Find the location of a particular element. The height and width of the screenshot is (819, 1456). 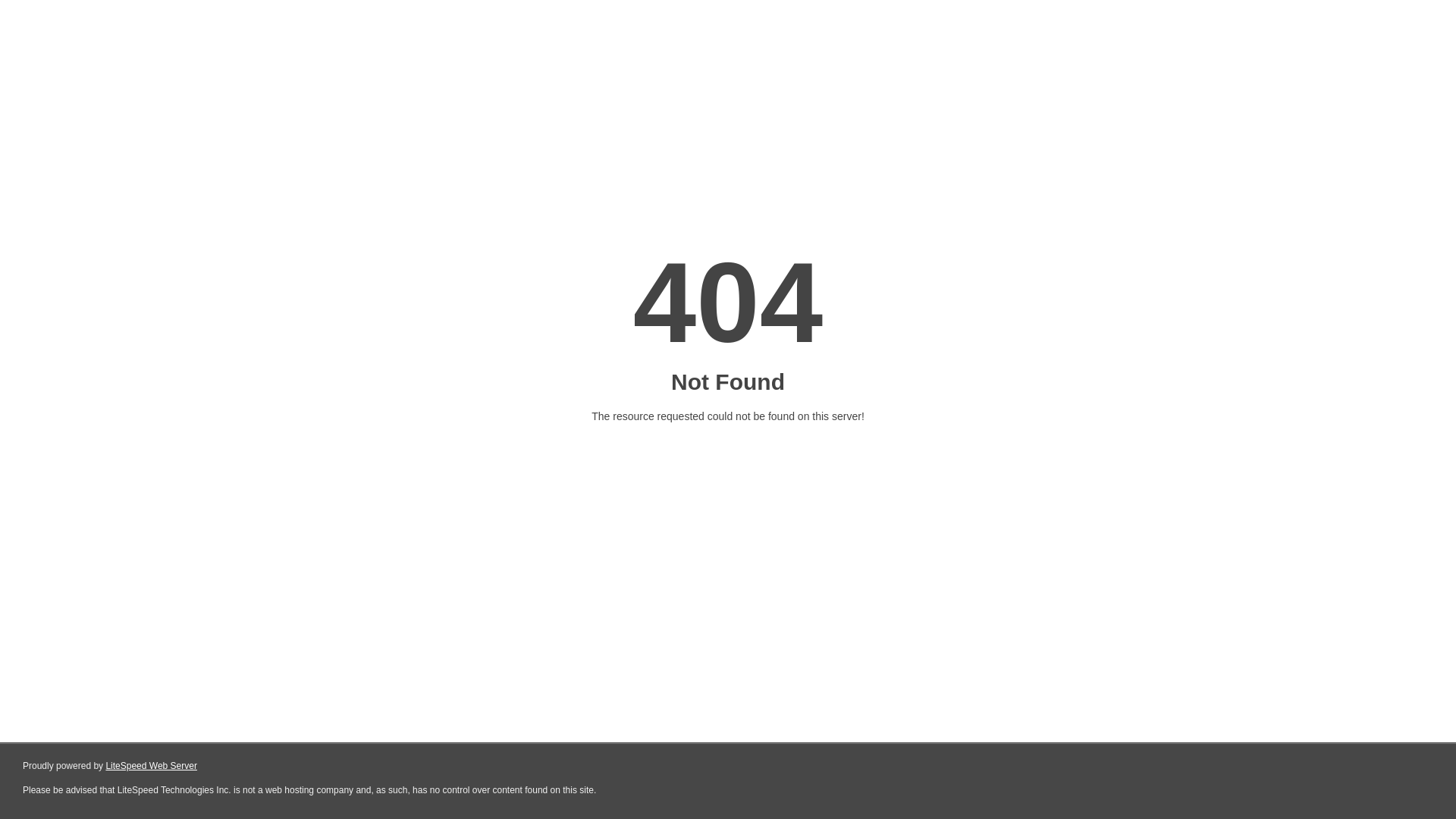

'LiteSpeed Web Server' is located at coordinates (105, 766).